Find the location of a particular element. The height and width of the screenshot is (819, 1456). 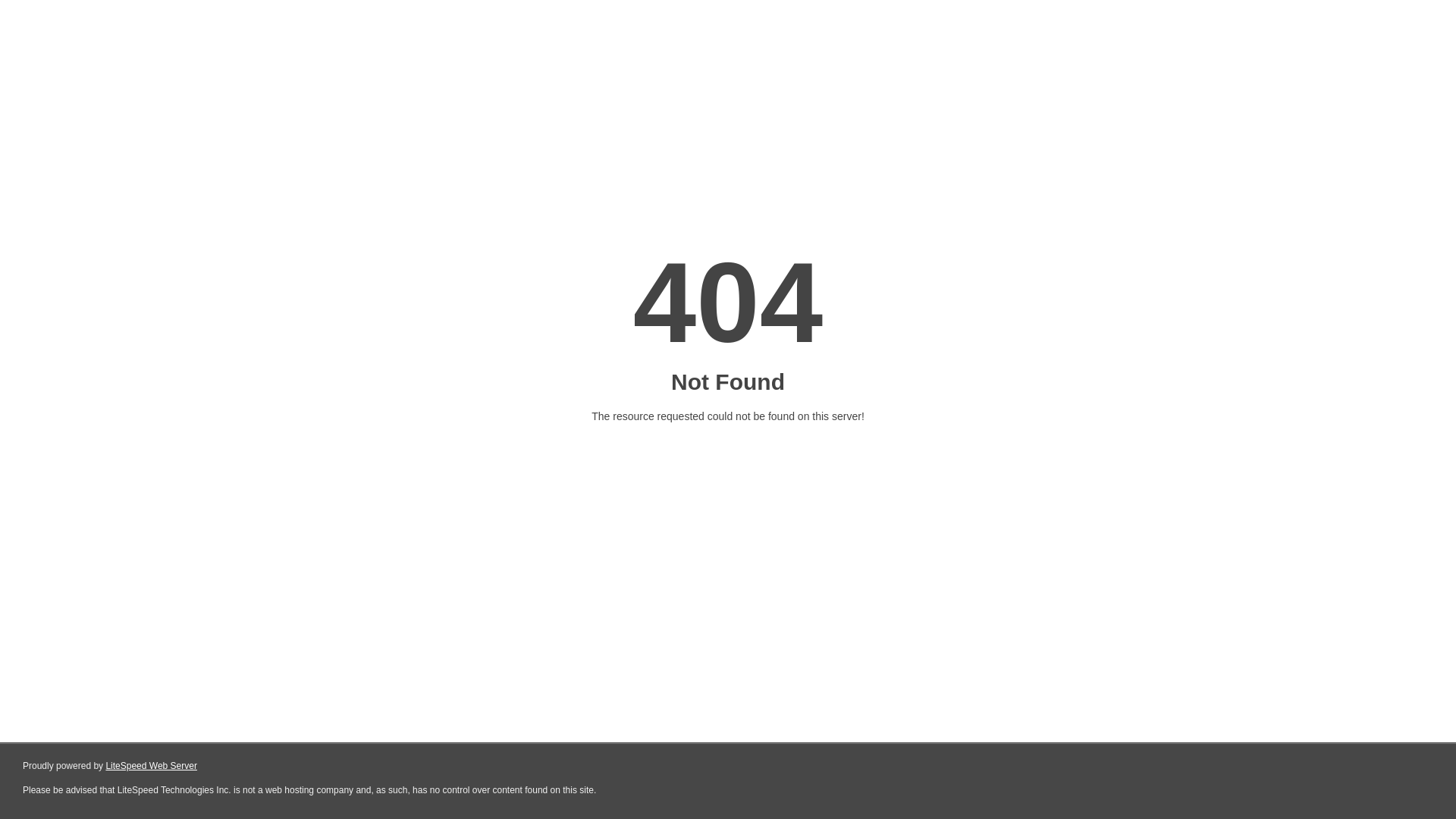

'LiteSpeed Web Server' is located at coordinates (105, 766).